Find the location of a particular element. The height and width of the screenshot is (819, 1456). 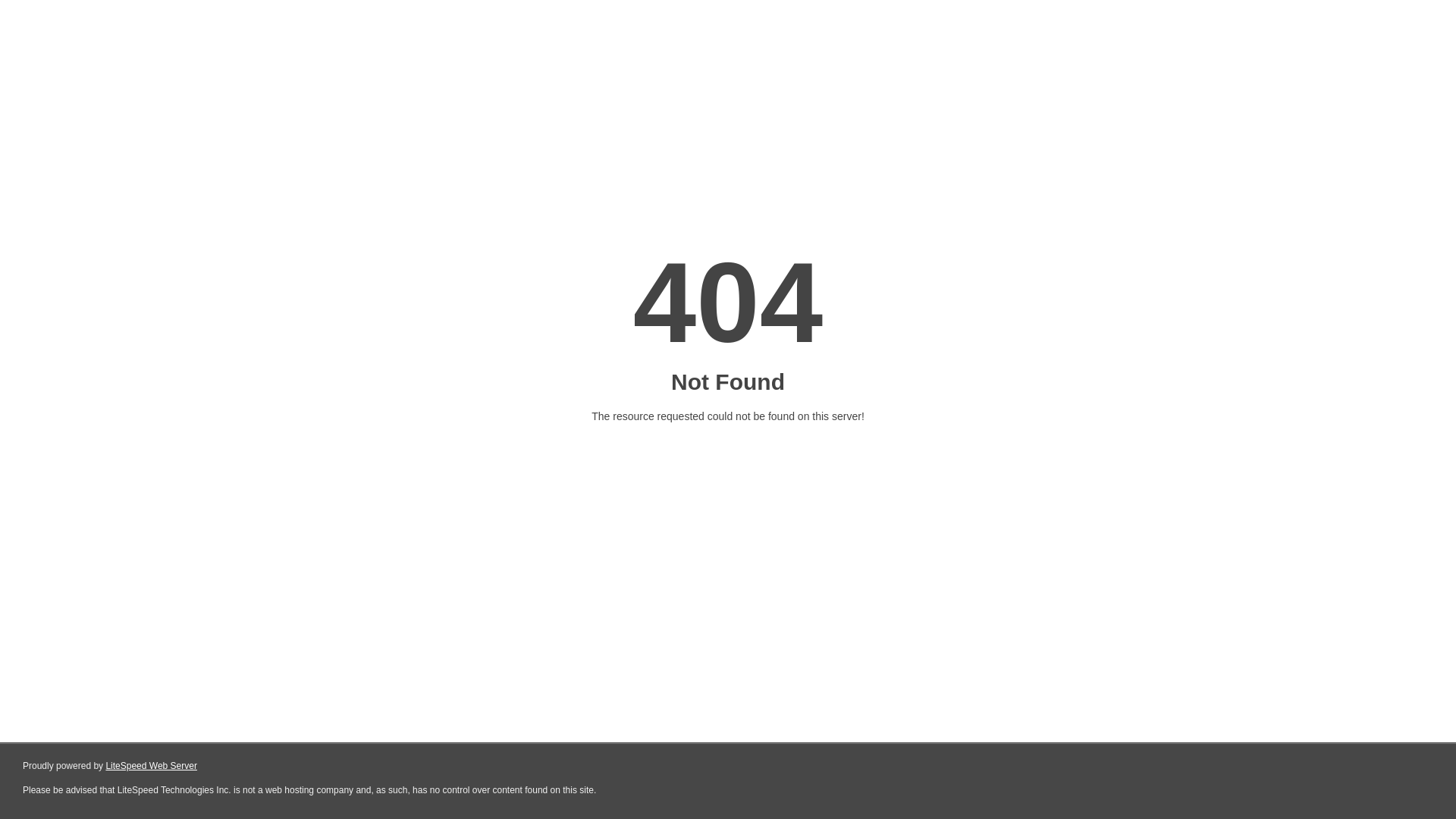

'LiteSpeed Web Server' is located at coordinates (105, 766).